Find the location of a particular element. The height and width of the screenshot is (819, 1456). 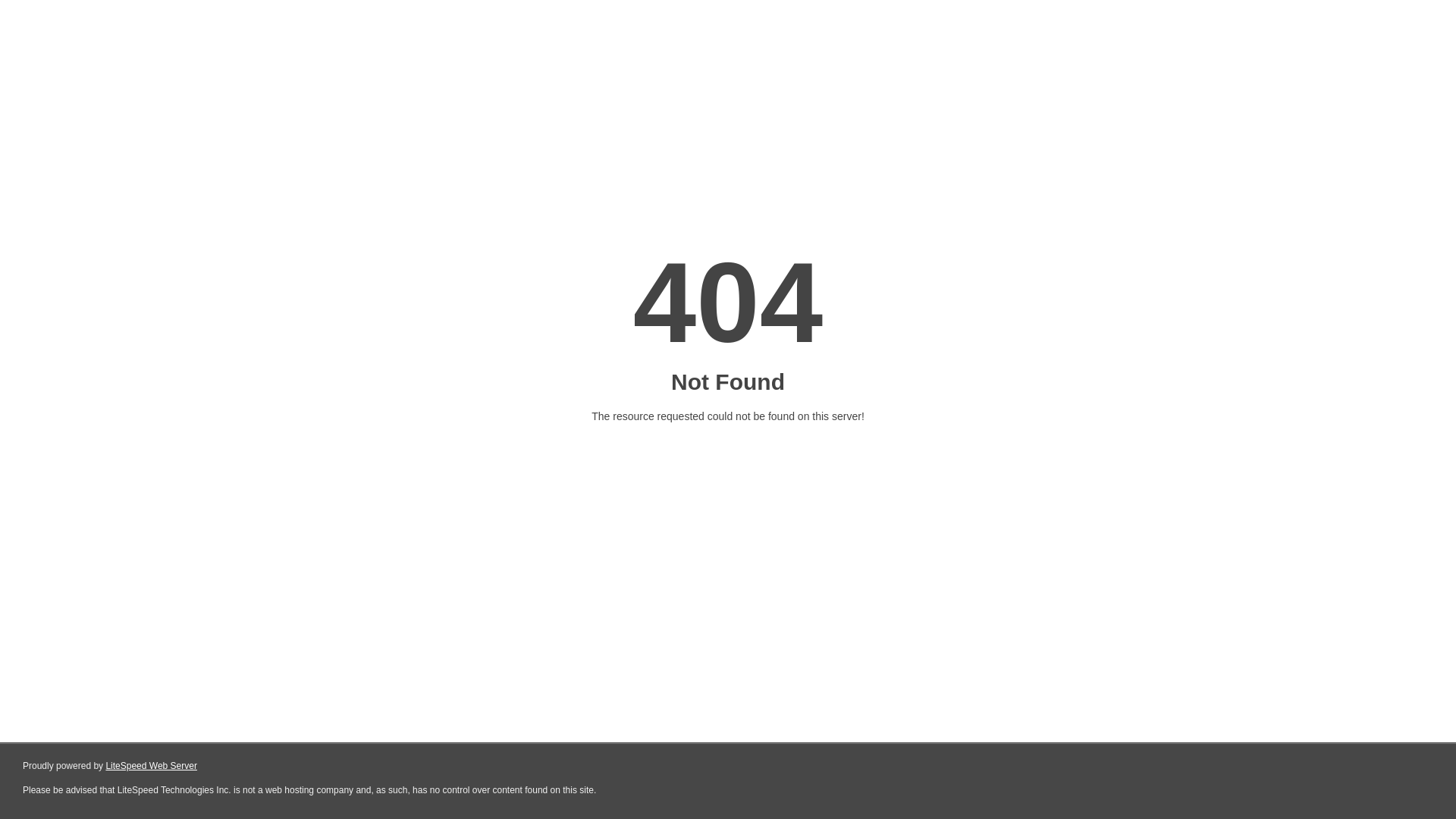

'LiteSpeed Web Server' is located at coordinates (105, 766).